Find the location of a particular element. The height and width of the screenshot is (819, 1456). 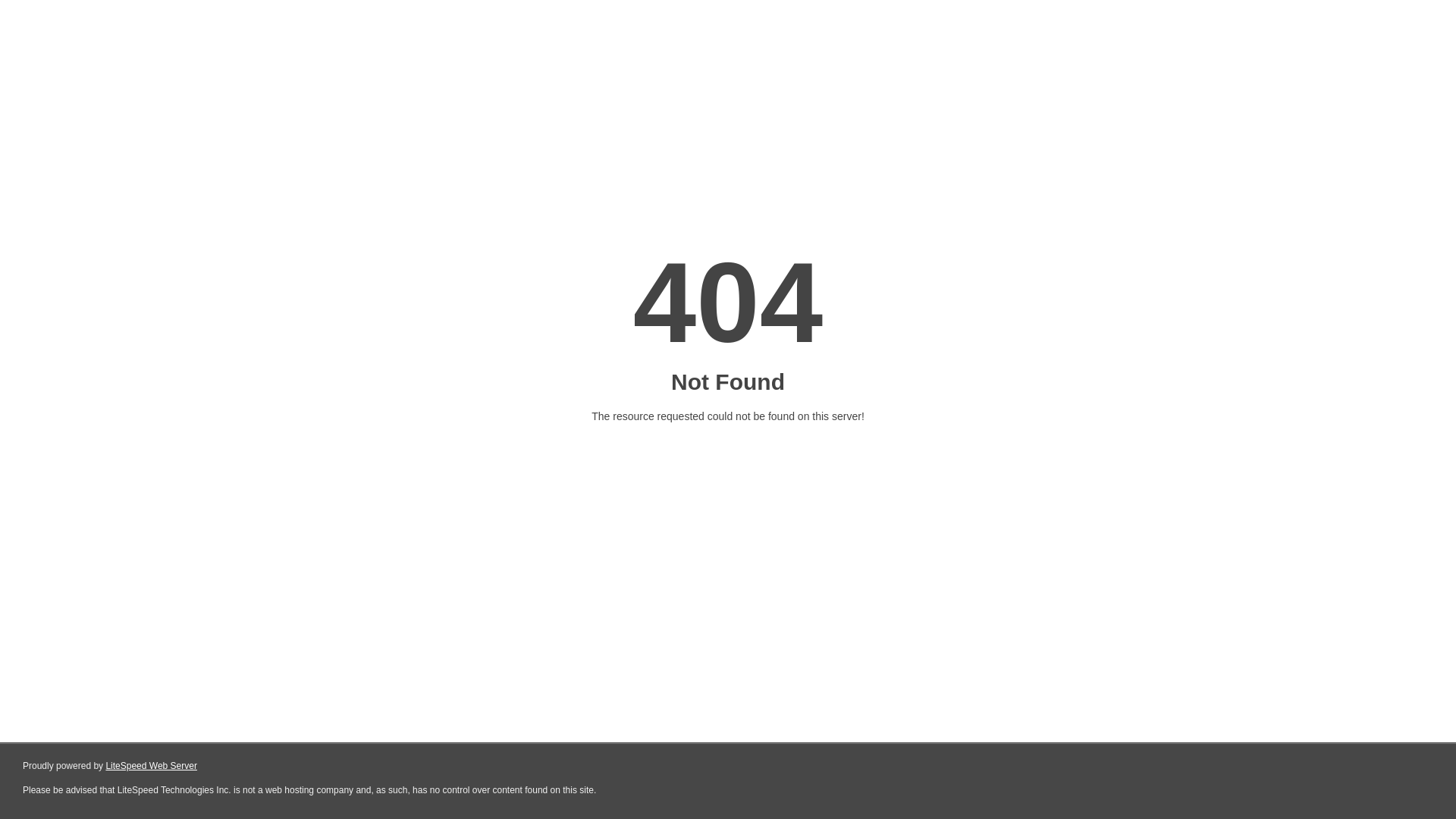

'LiteSpeed Web Server' is located at coordinates (105, 766).